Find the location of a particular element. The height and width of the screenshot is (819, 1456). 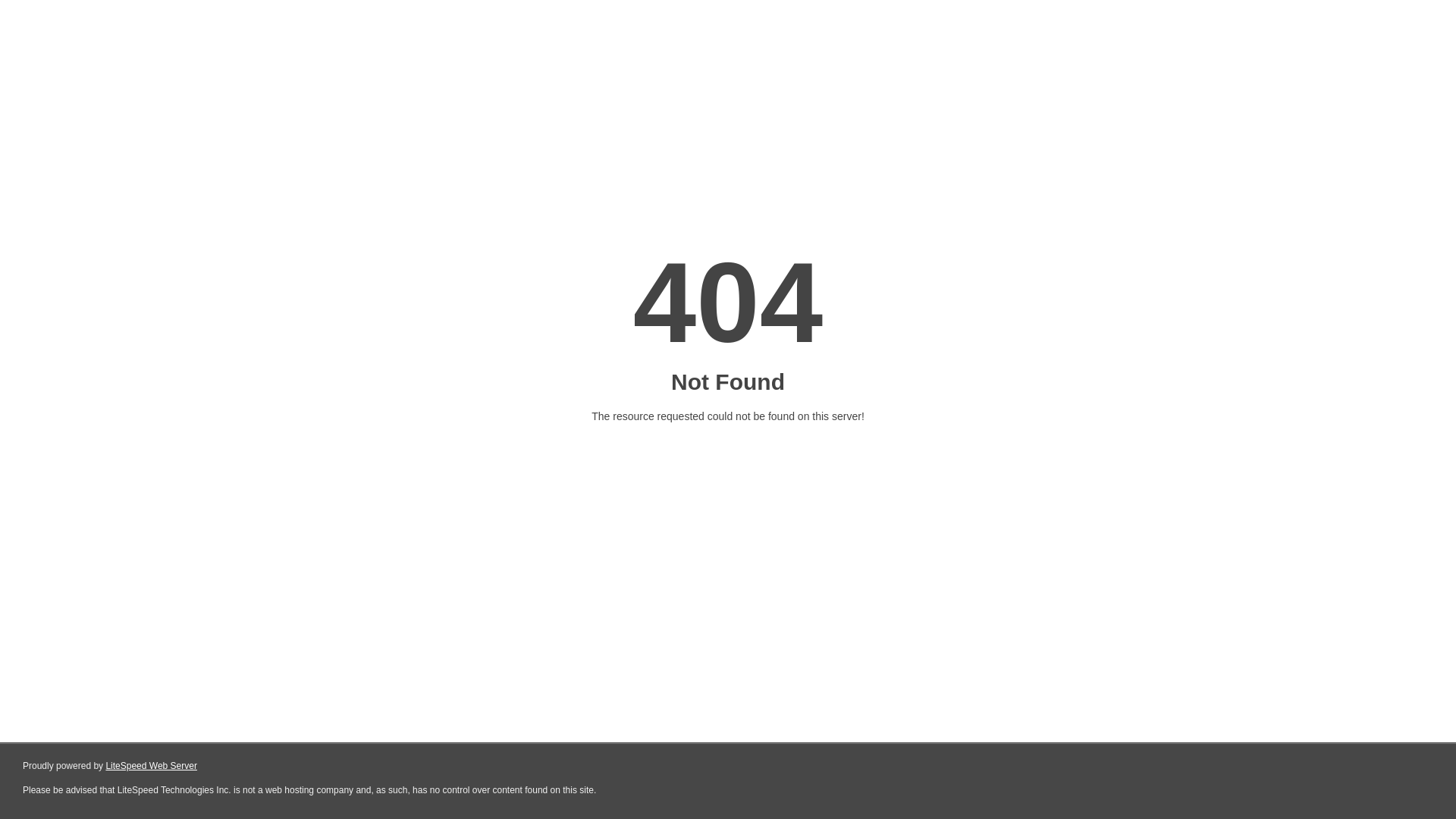

'LiteSpeed Web Server' is located at coordinates (105, 766).